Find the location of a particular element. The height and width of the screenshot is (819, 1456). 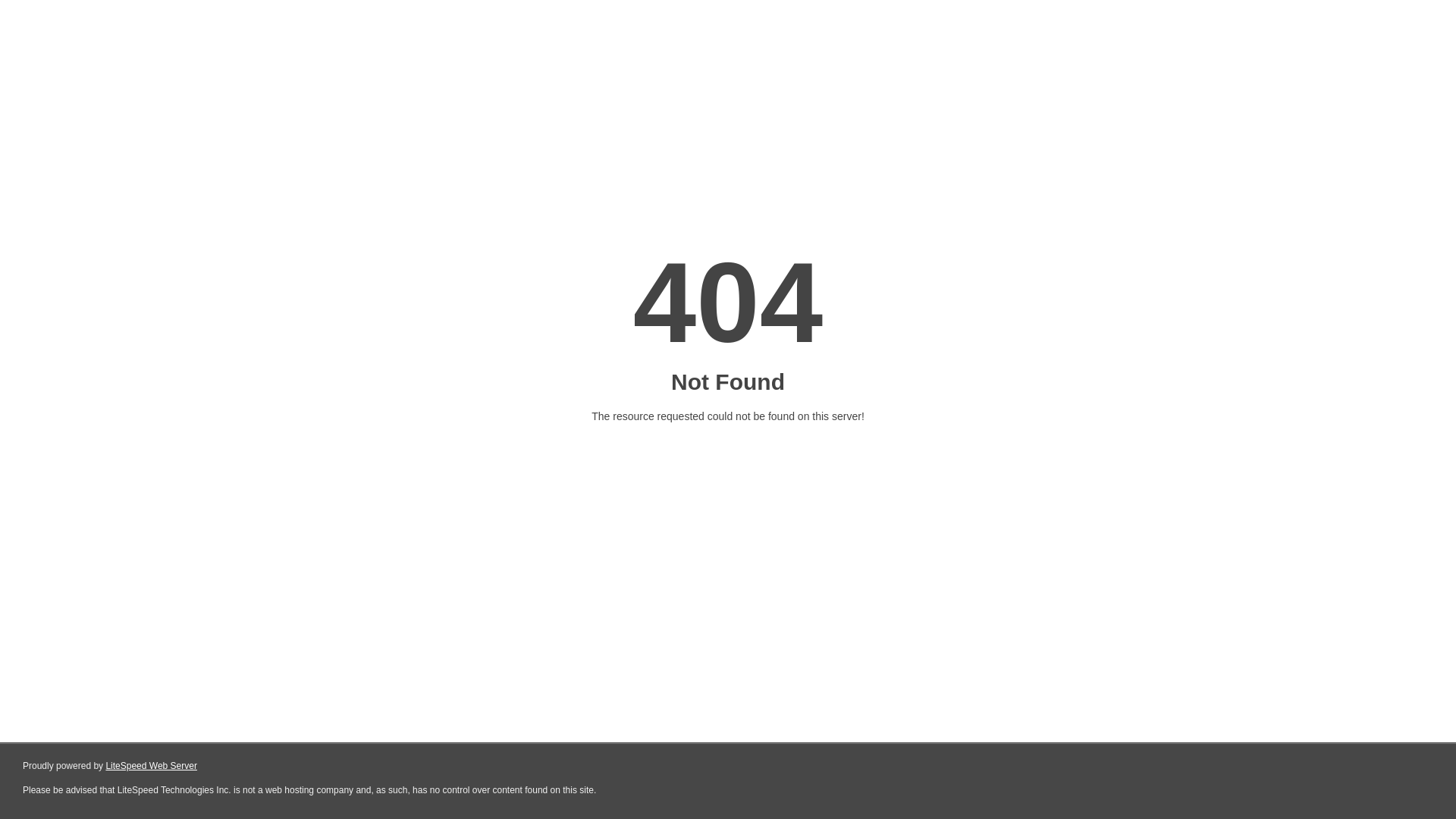

'LiteSpeed Web Server' is located at coordinates (105, 766).